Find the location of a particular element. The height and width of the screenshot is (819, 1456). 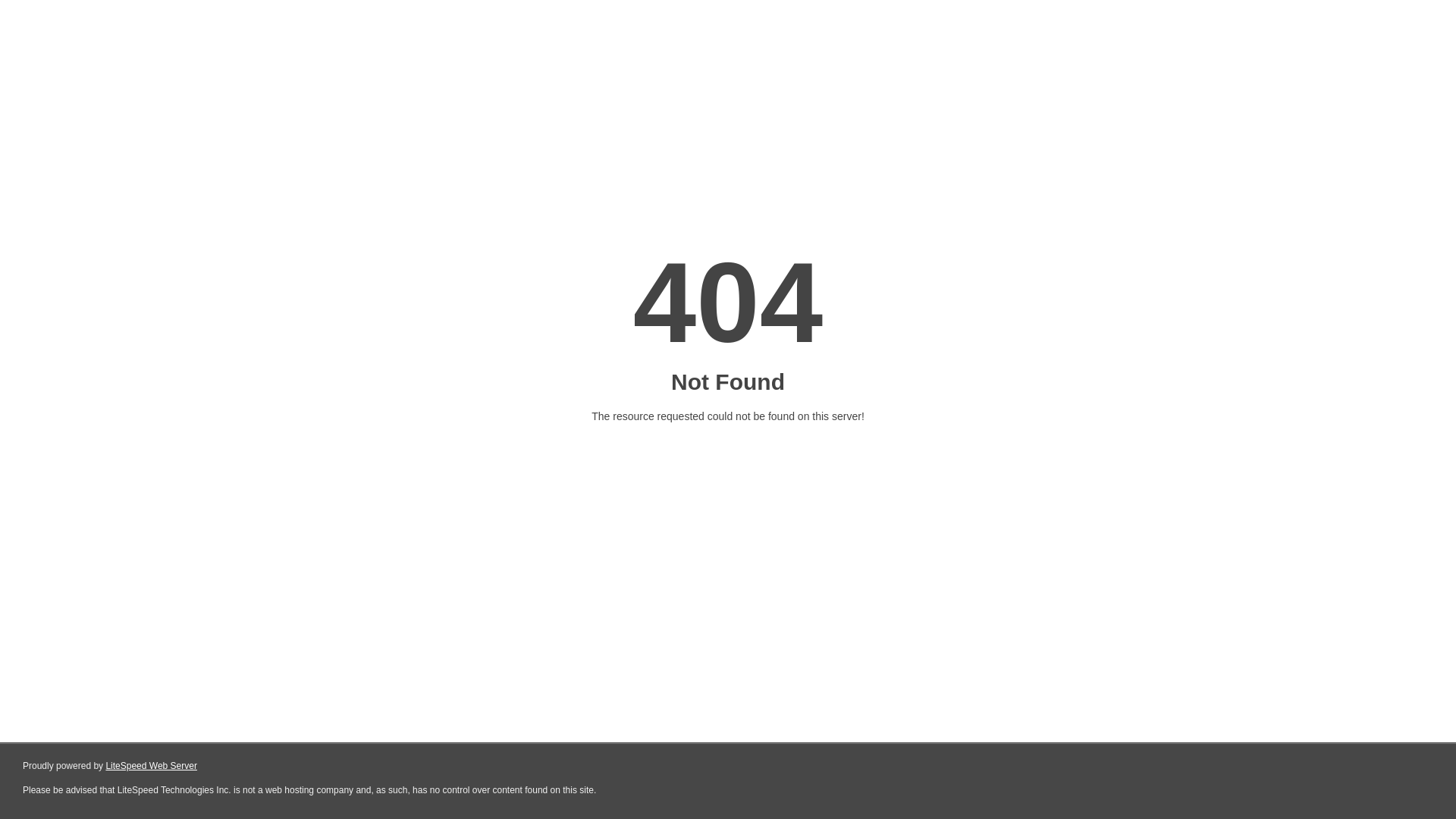

'LiteSpeed Web Server' is located at coordinates (105, 766).